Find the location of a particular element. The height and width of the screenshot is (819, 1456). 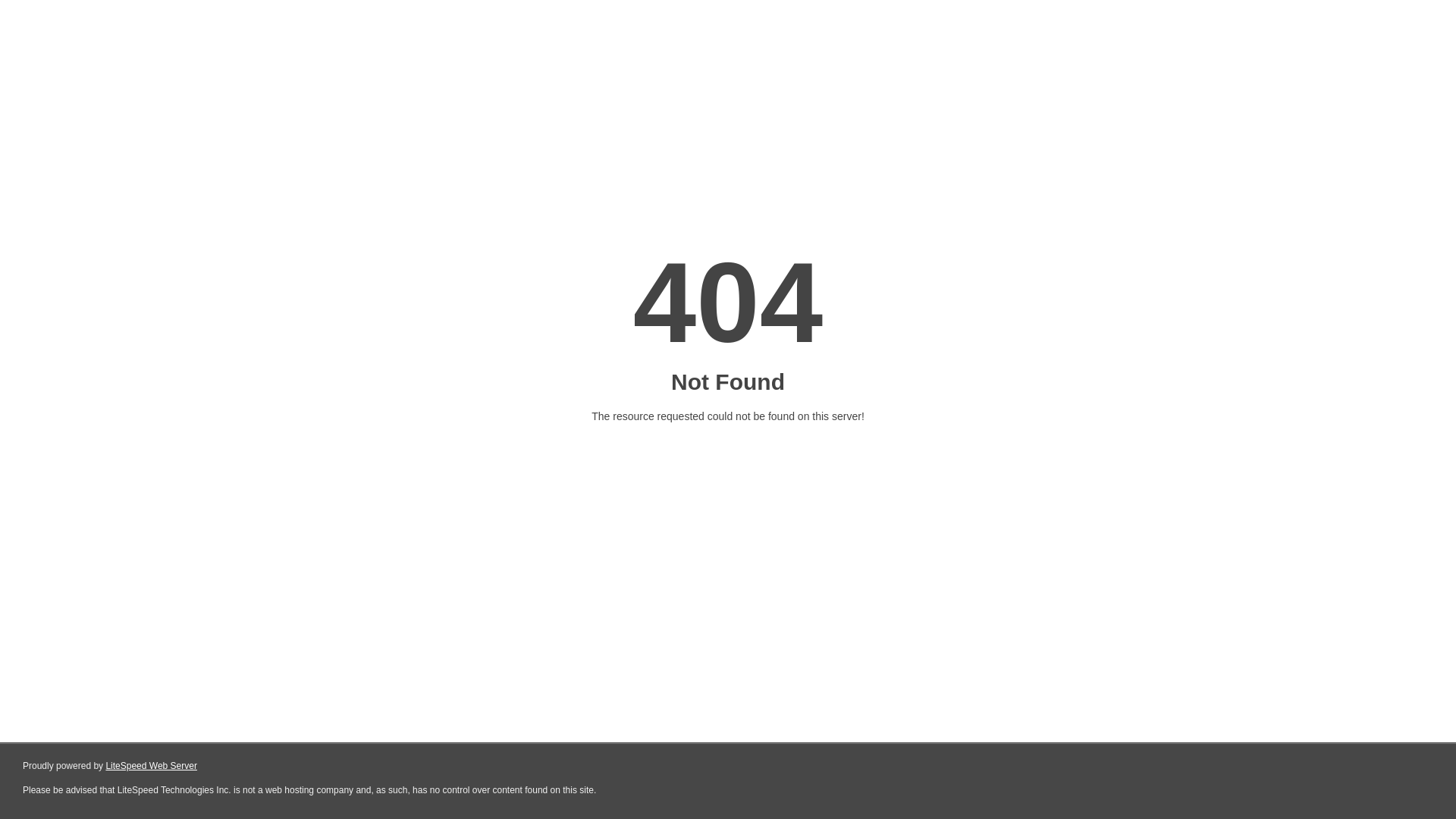

'LiteSpeed Web Server' is located at coordinates (105, 766).